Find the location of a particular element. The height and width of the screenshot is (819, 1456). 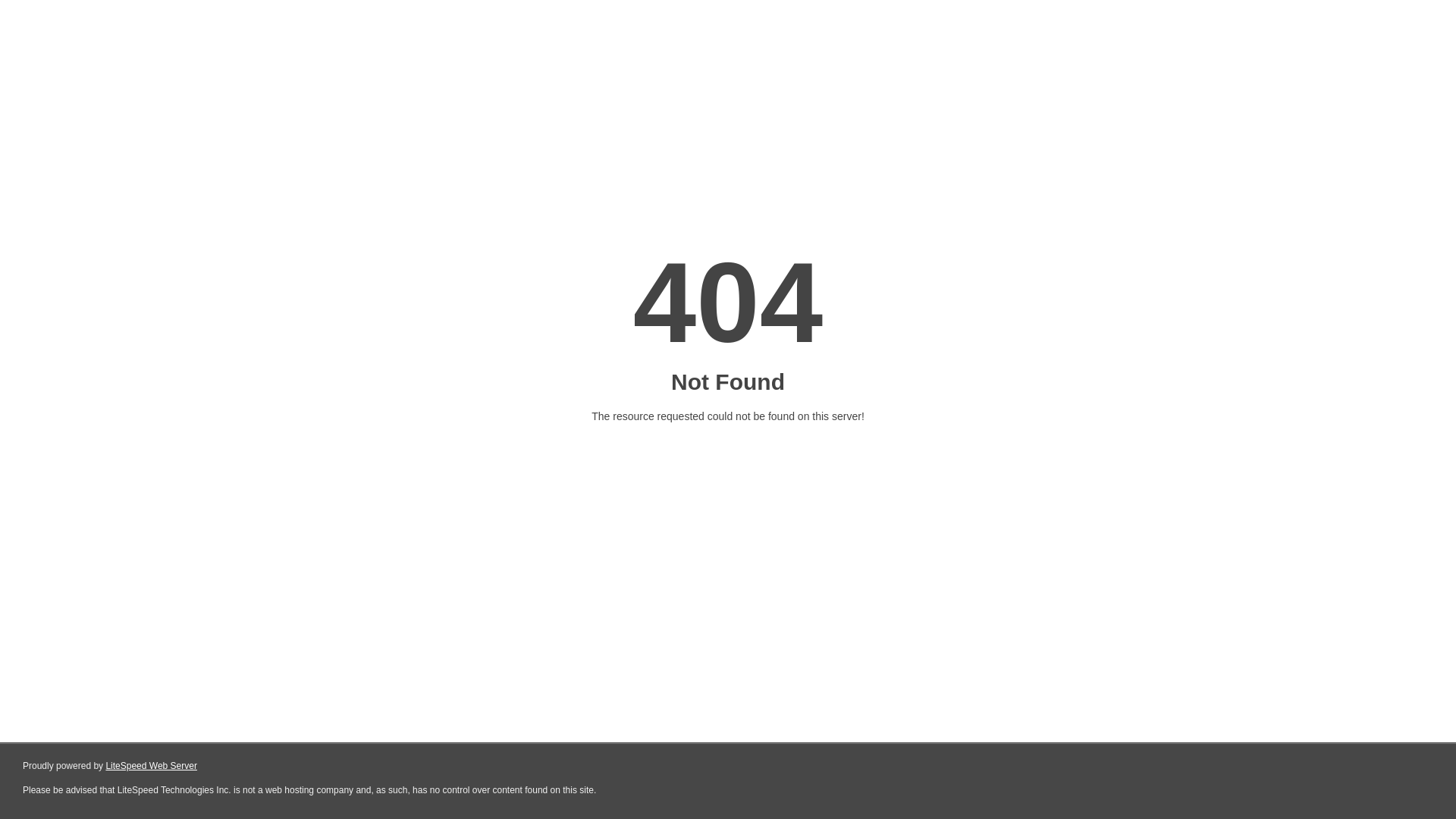

'LiteSpeed Web Server' is located at coordinates (105, 766).